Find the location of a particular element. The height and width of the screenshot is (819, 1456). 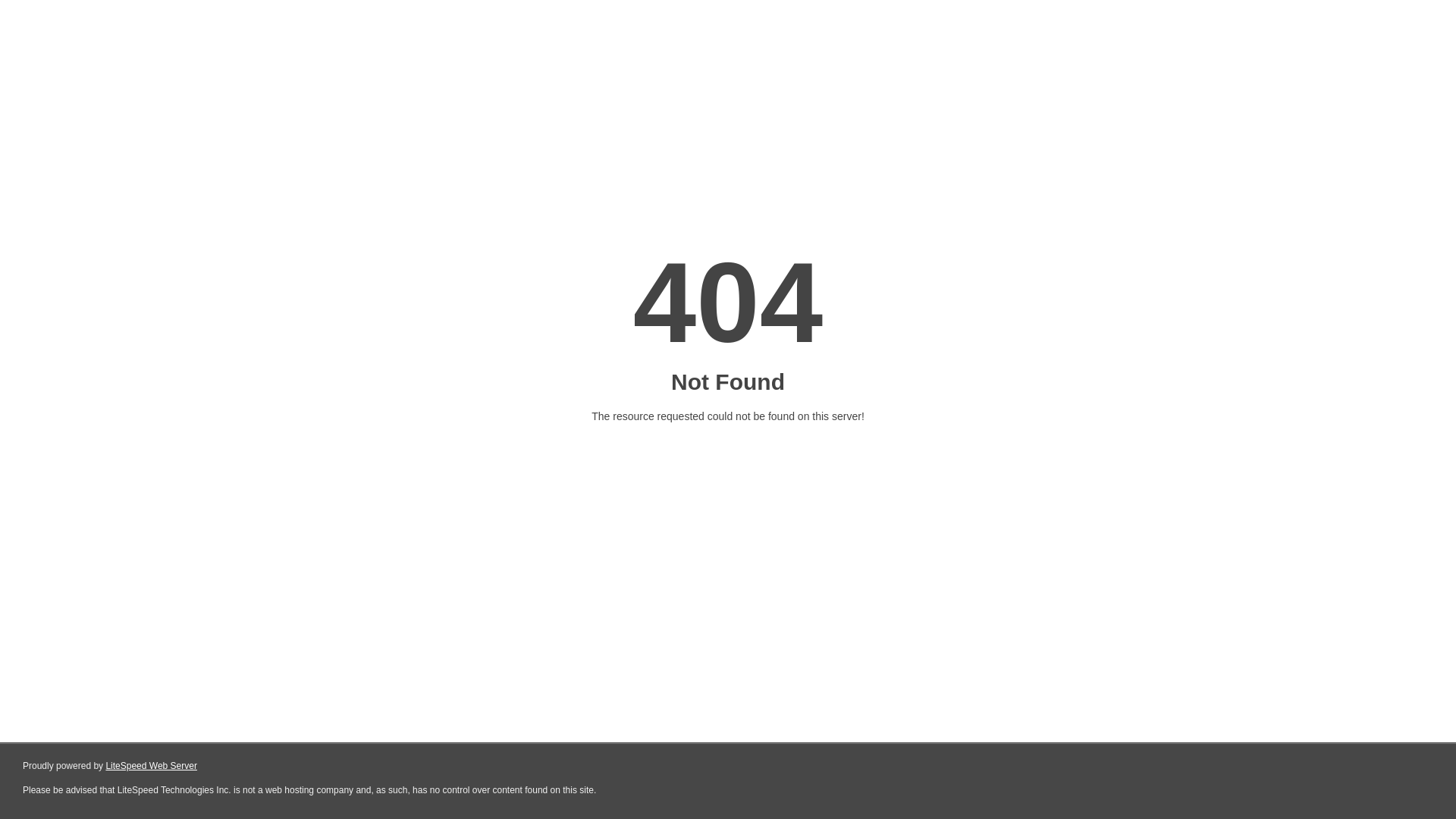

'LiteSpeed Web Server' is located at coordinates (105, 766).